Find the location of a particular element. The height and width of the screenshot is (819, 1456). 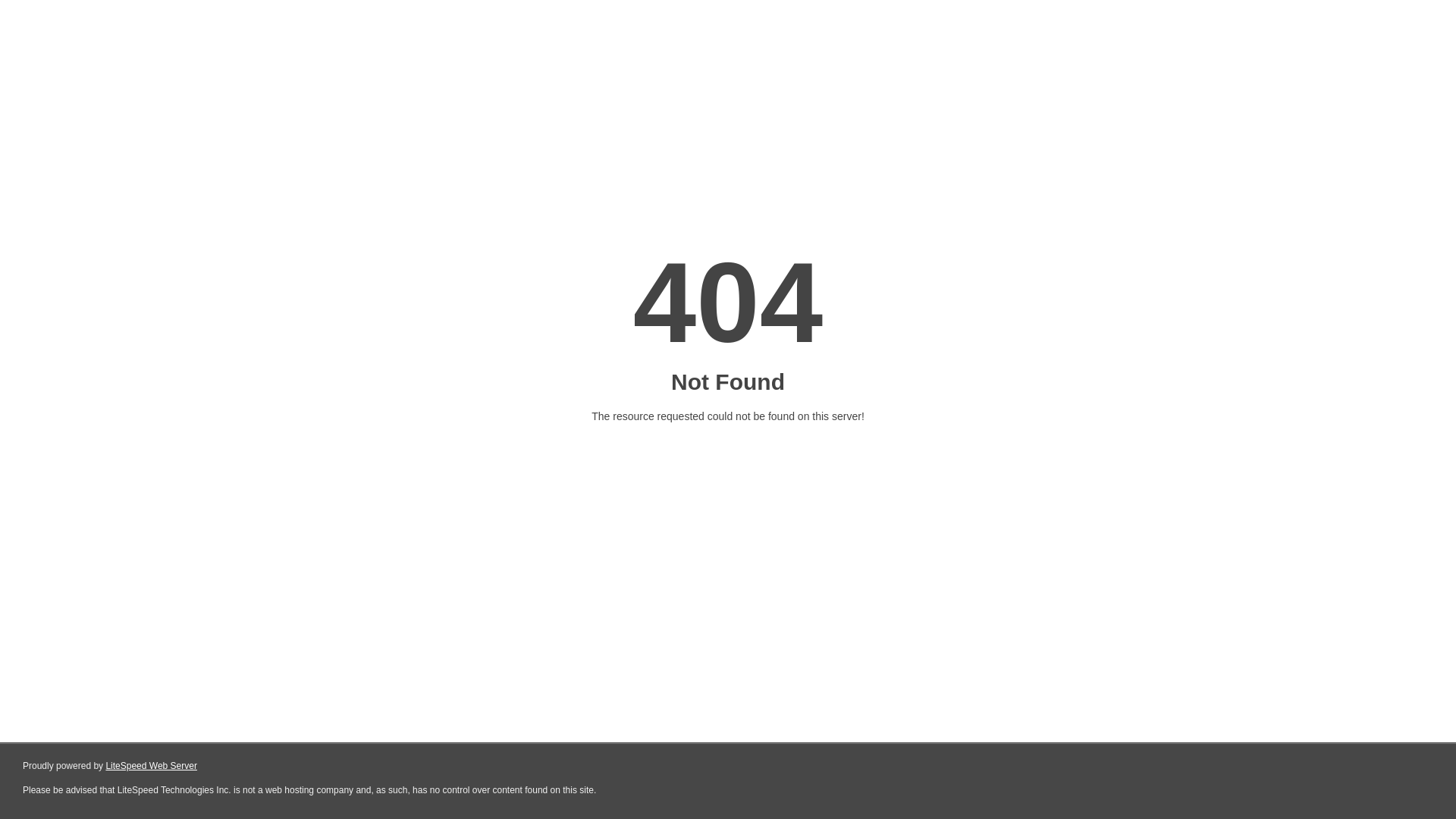

'LiteSpeed Web Server' is located at coordinates (105, 766).